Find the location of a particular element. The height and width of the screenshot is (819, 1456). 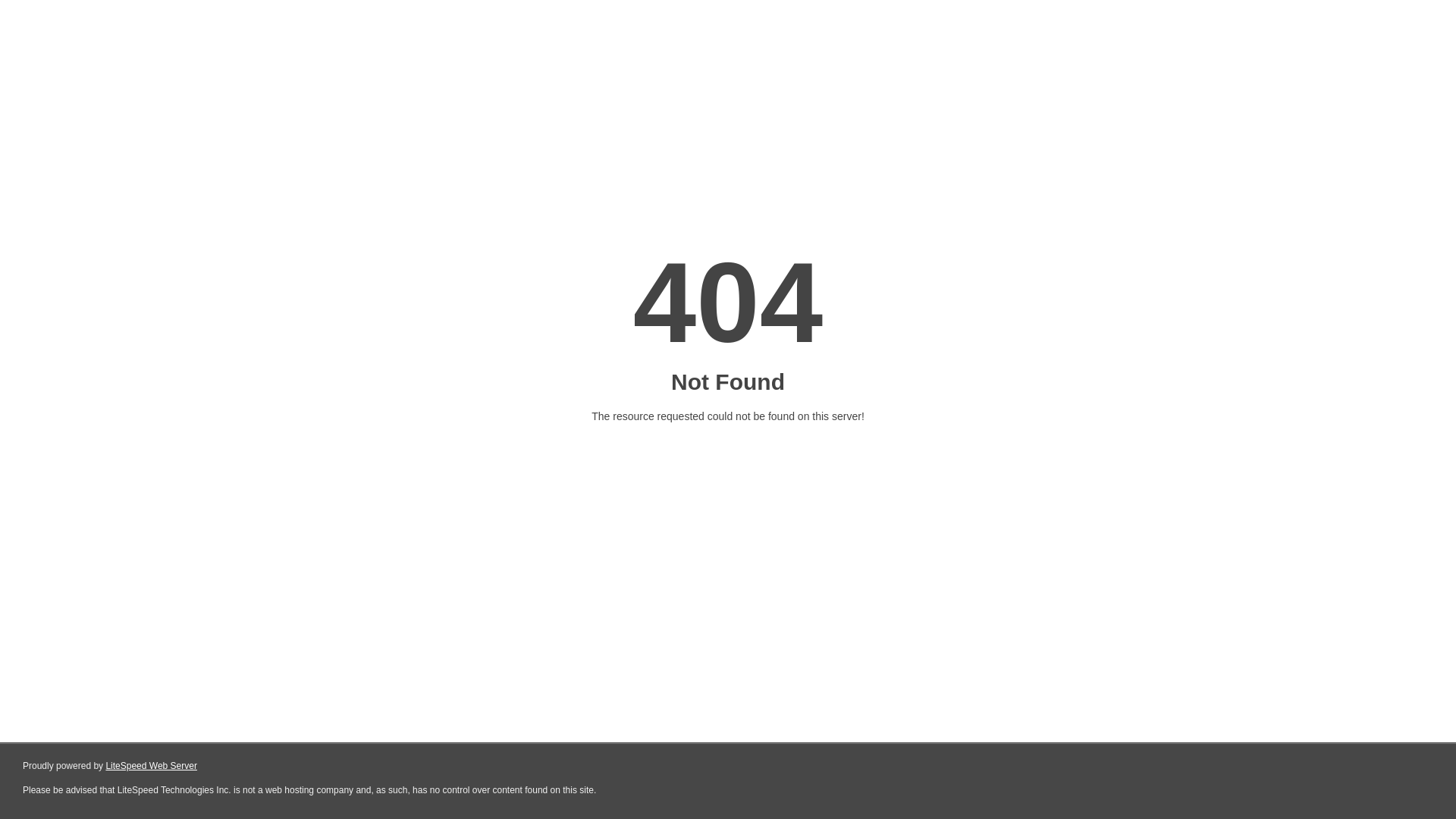

'LiteSpeed Web Server' is located at coordinates (105, 766).